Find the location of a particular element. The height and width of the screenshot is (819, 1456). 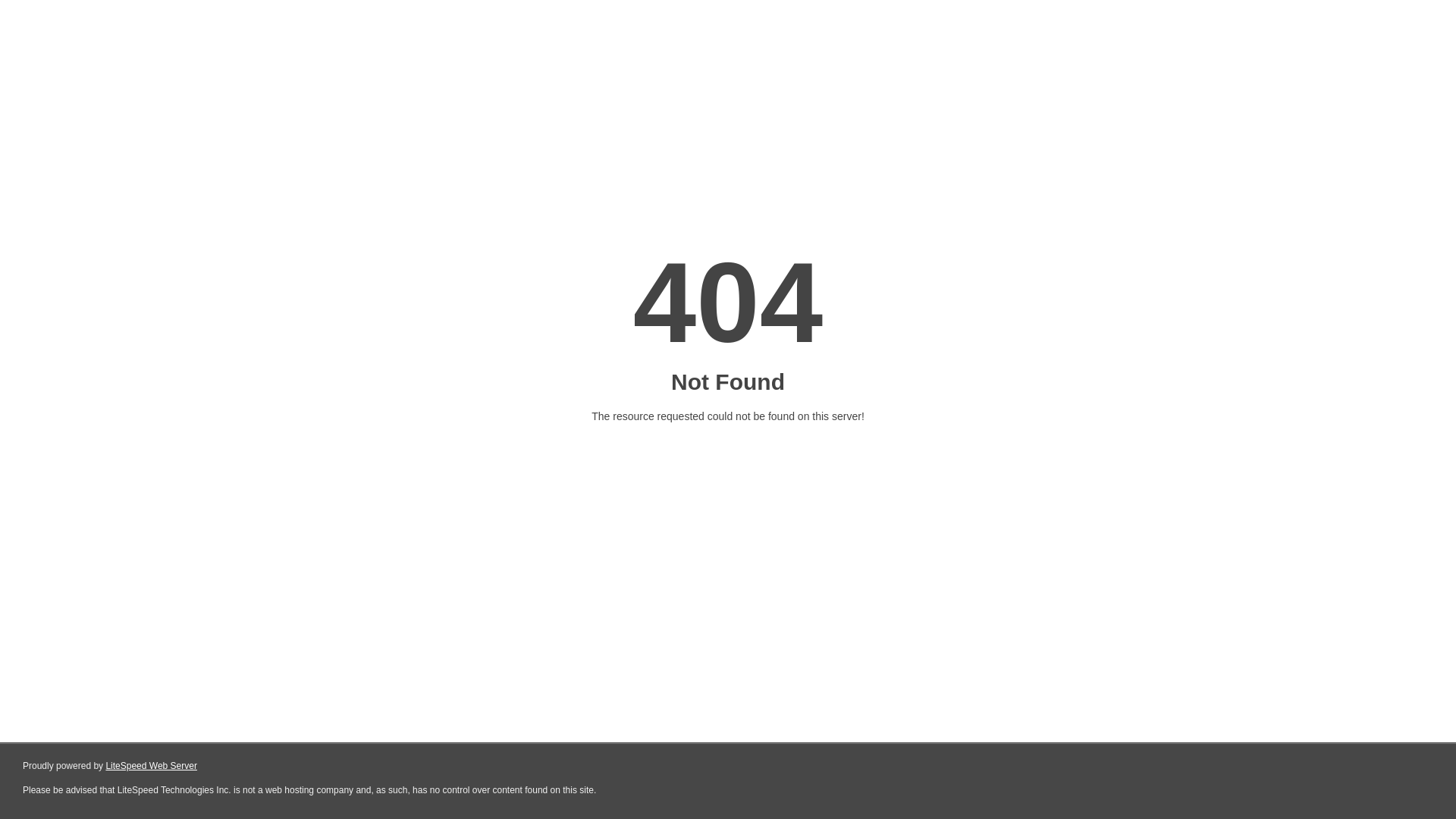

'LiteSpeed Web Server' is located at coordinates (105, 766).